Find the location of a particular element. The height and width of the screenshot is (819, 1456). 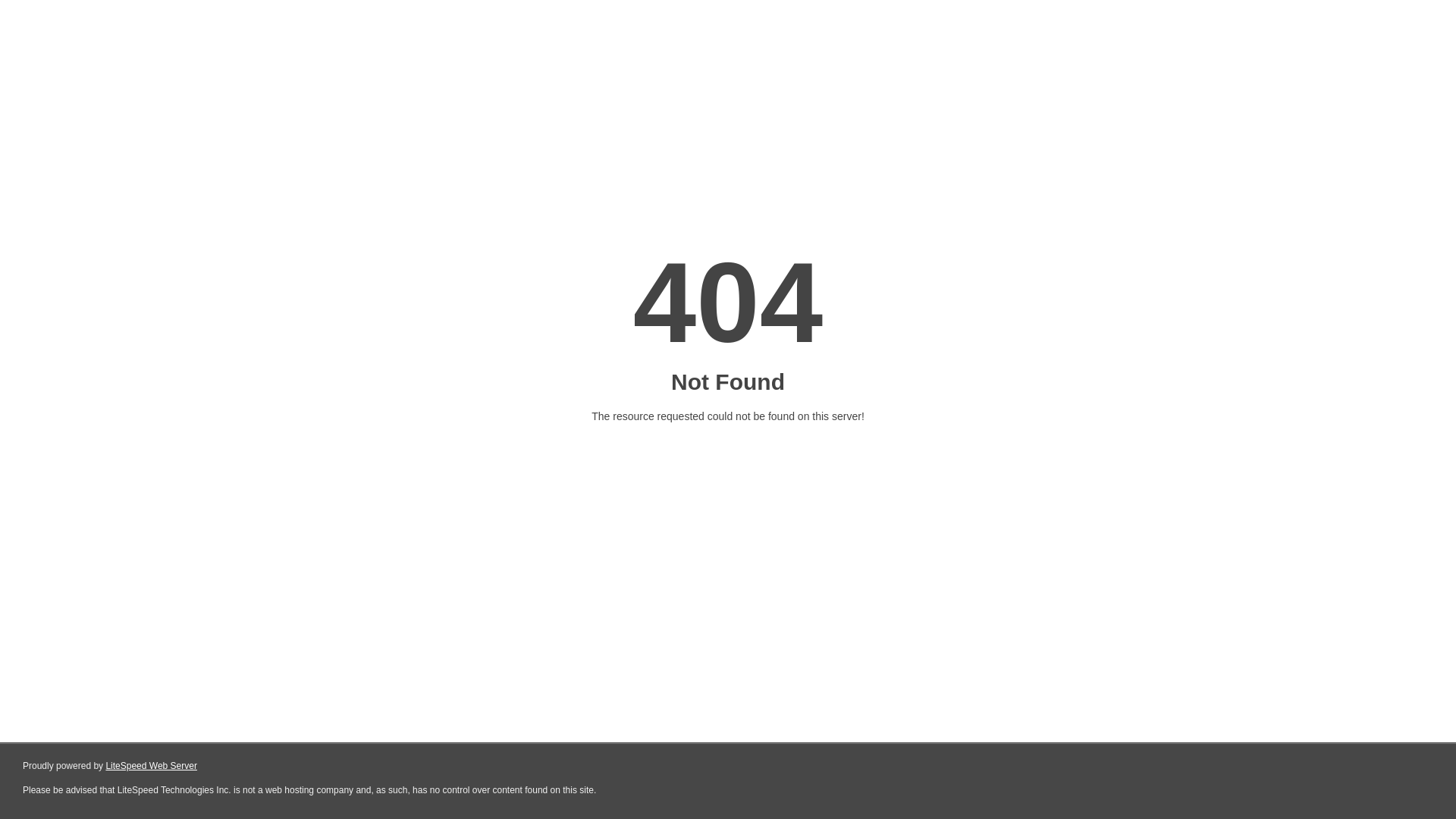

'LiteSpeed Web Server' is located at coordinates (105, 766).